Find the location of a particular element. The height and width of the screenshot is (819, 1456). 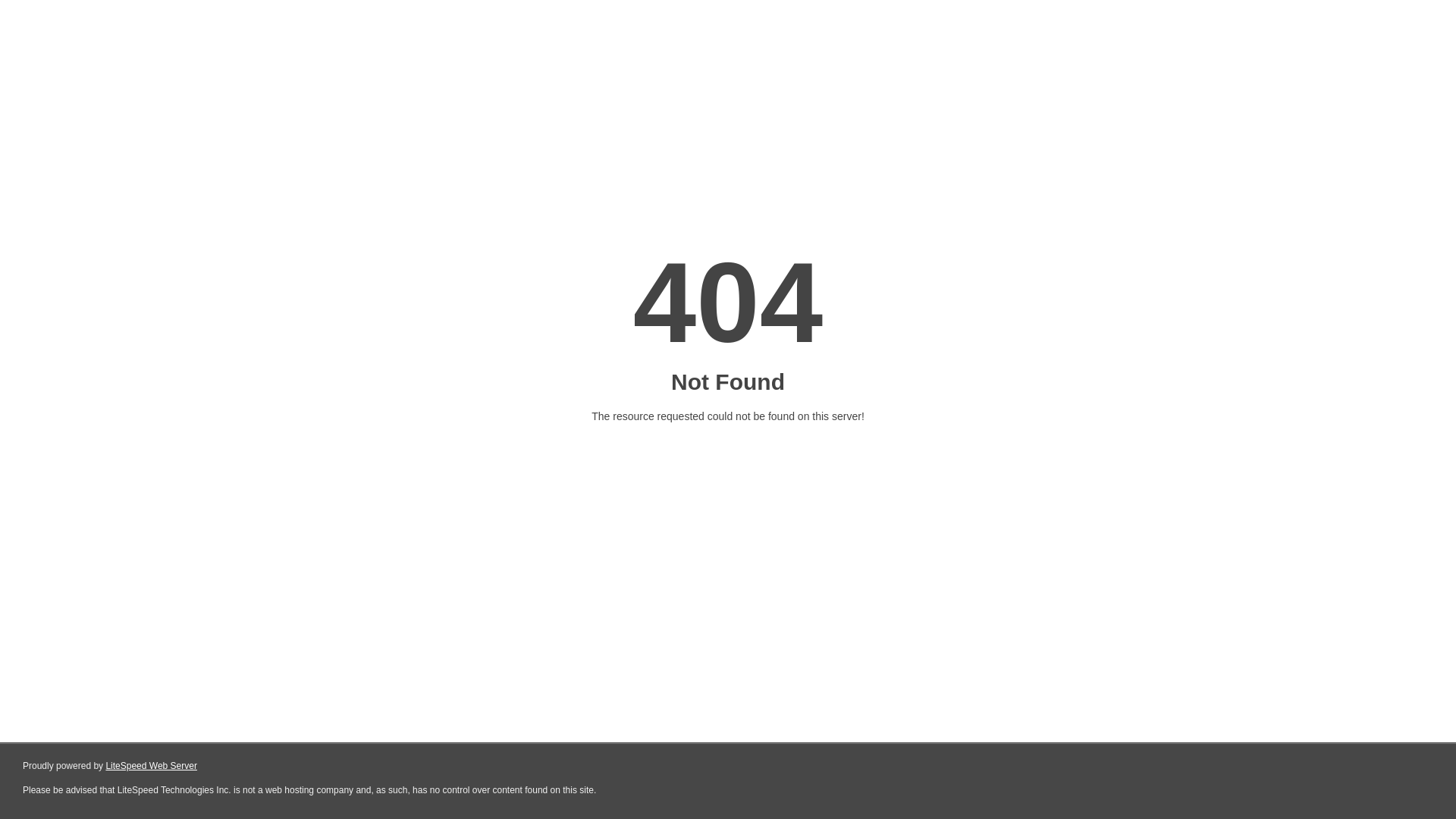

'LiteSpeed Web Server' is located at coordinates (105, 766).